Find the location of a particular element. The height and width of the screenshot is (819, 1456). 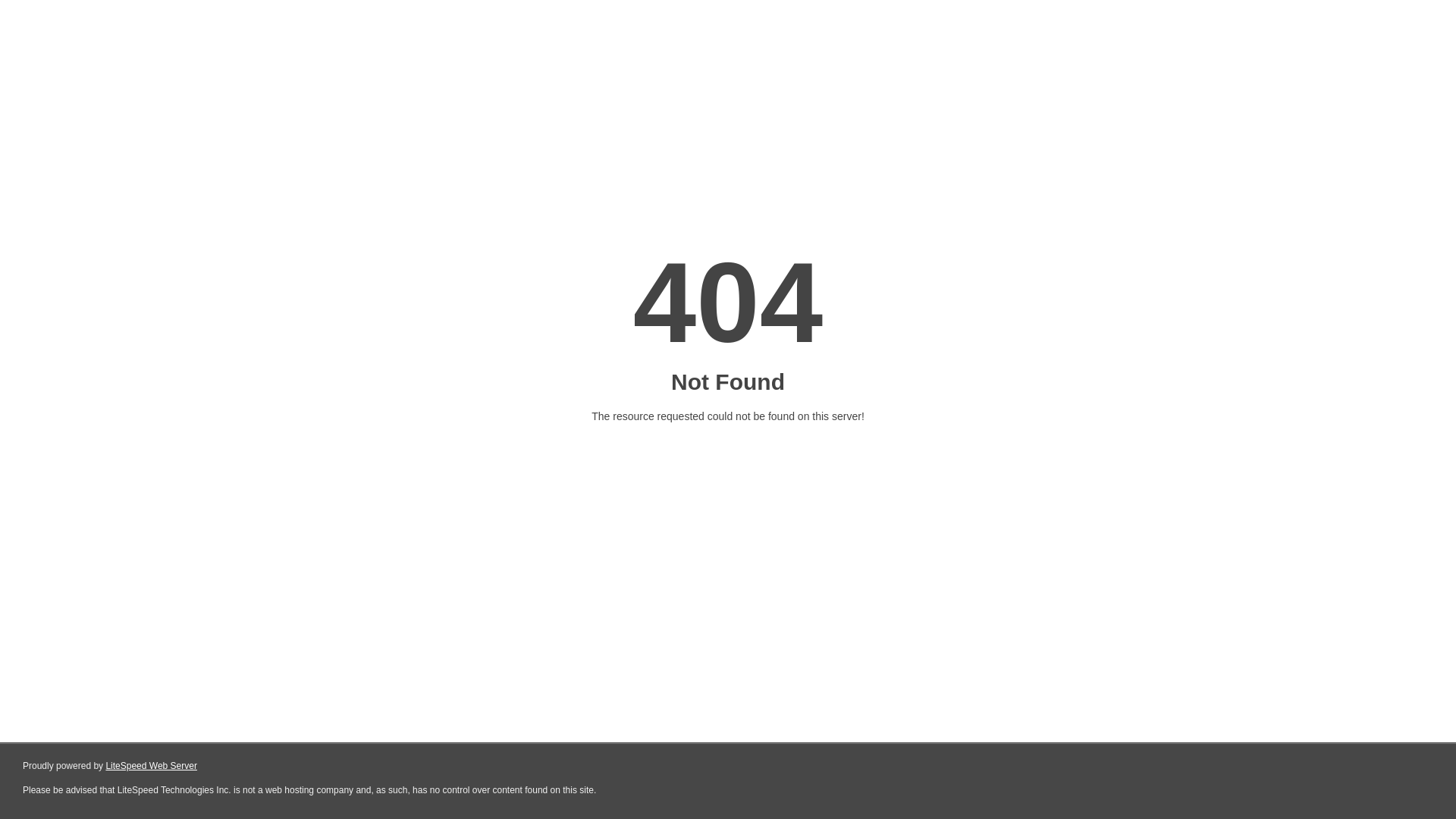

'LiteSpeed Web Server' is located at coordinates (105, 766).